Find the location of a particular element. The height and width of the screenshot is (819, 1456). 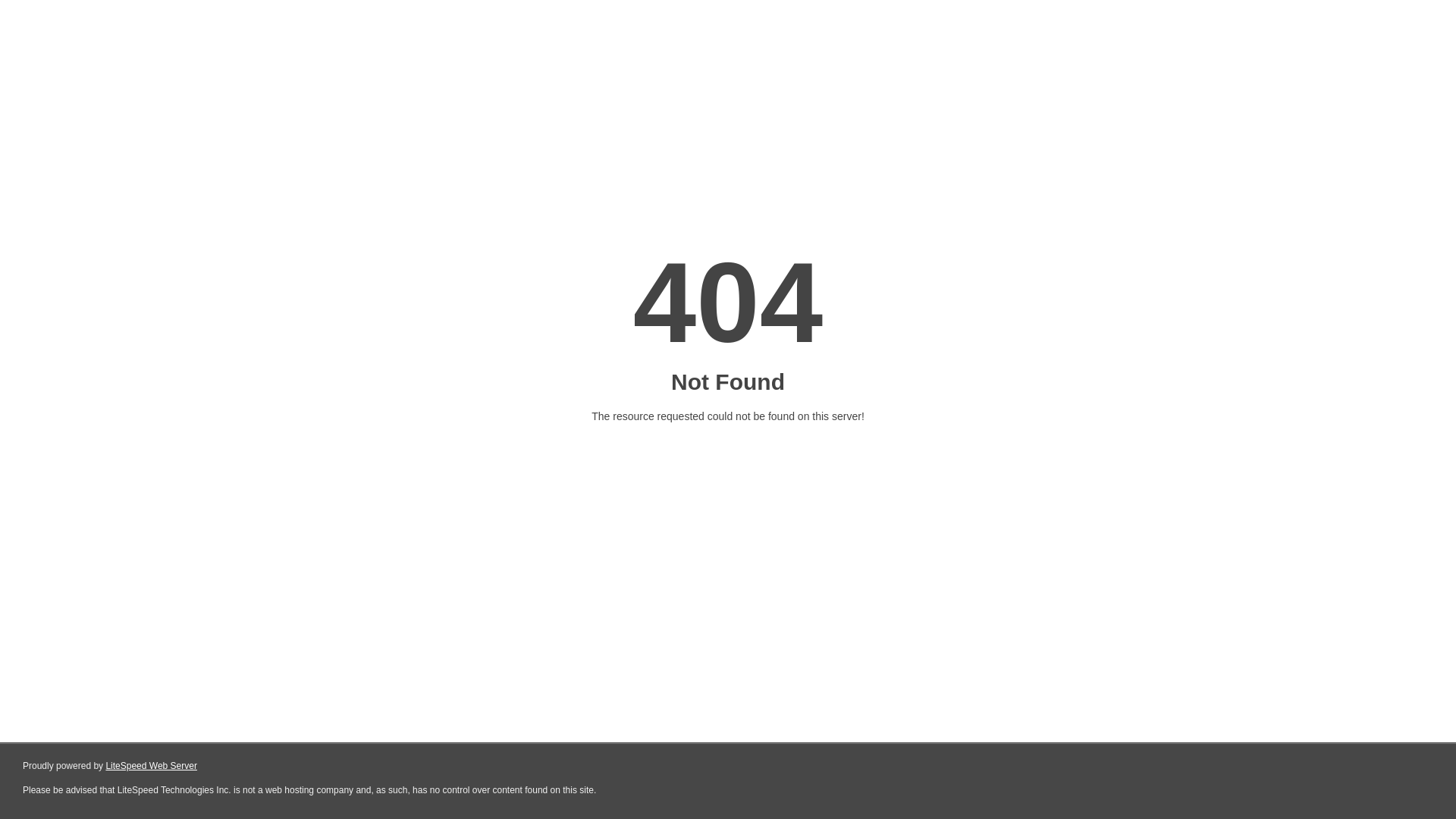

'LiteSpeed Web Server' is located at coordinates (105, 766).